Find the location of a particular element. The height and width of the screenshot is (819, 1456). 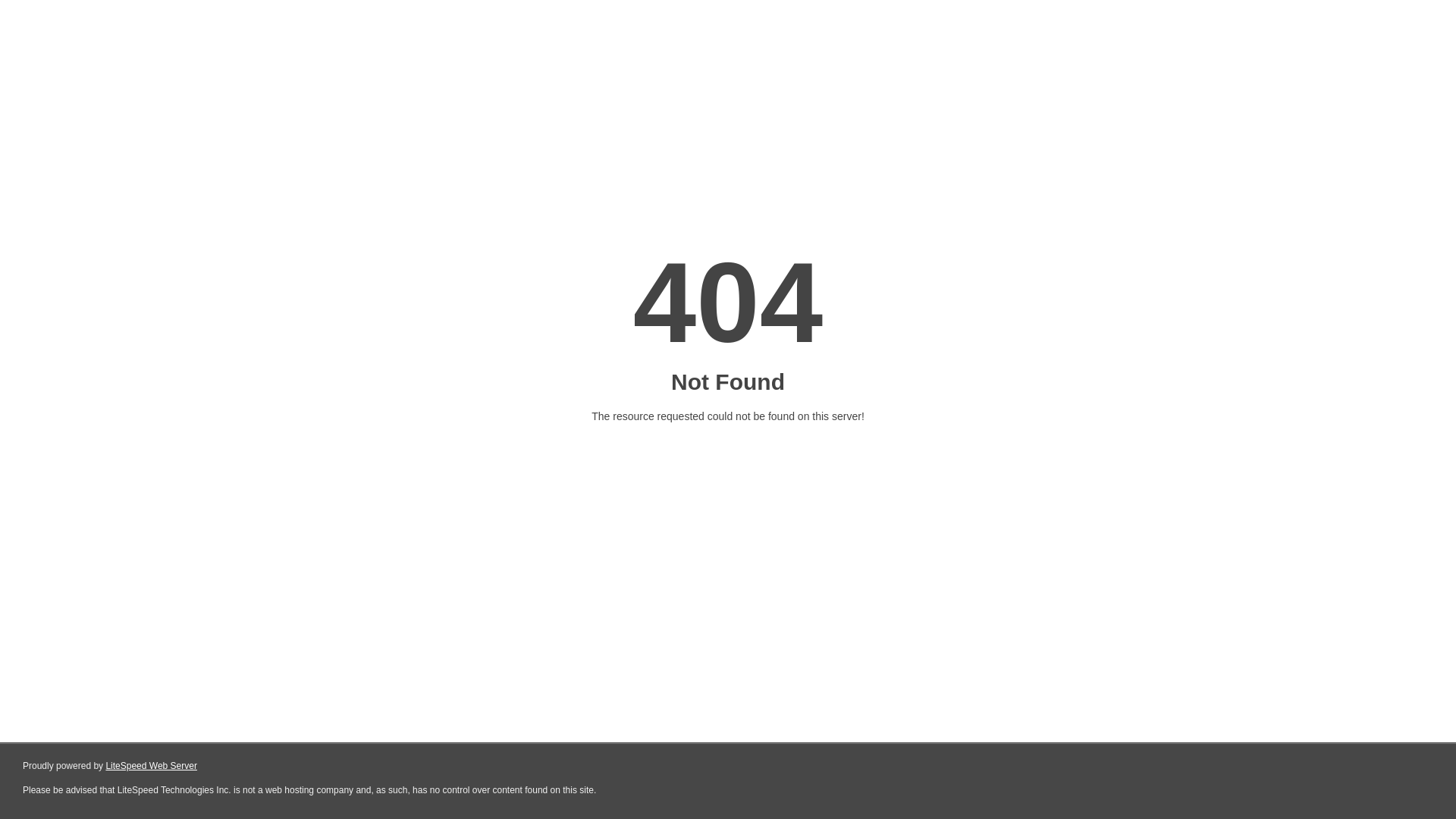

'LiteSpeed Web Server' is located at coordinates (105, 766).